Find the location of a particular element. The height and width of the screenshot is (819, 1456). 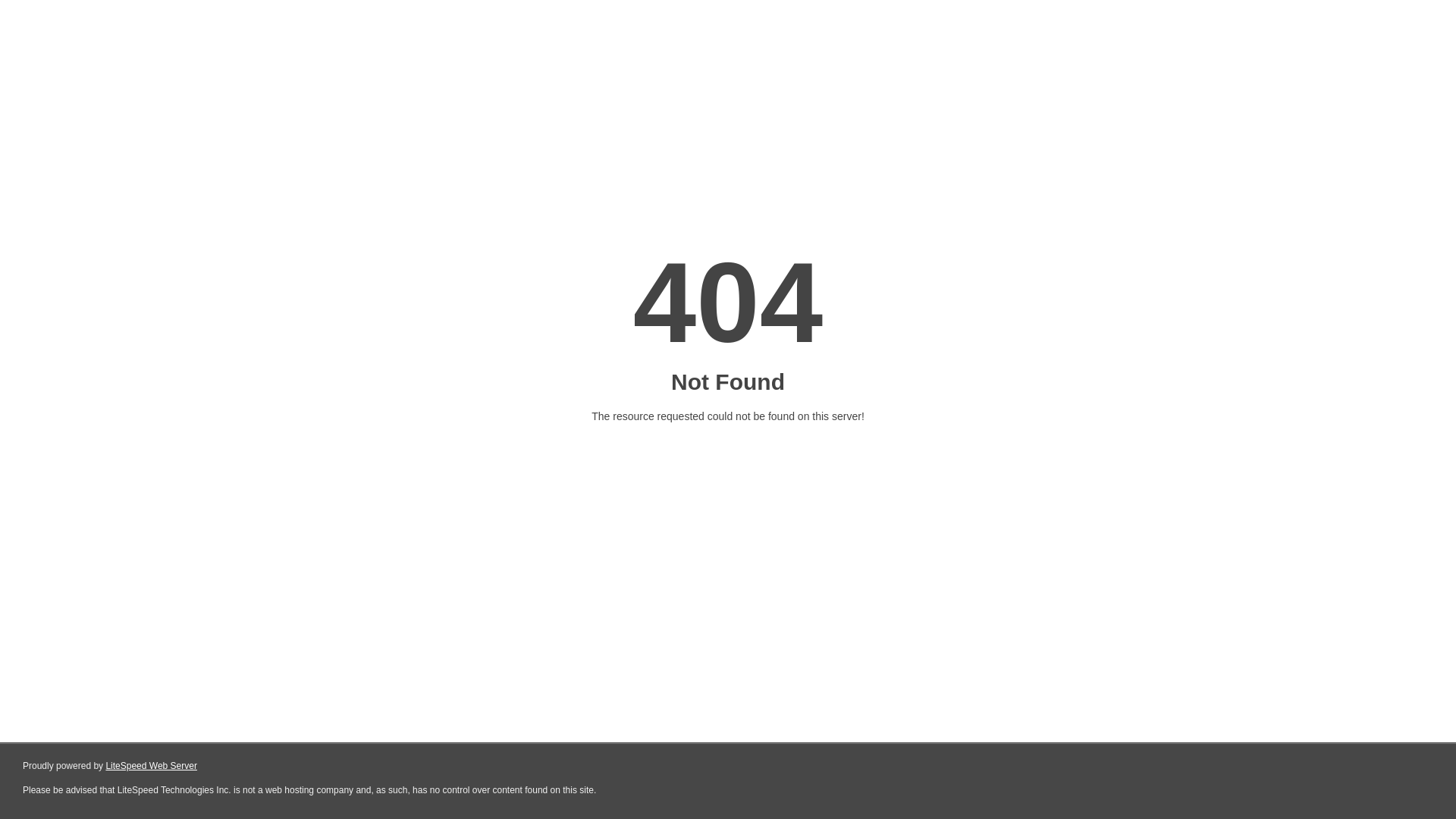

'LiteSpeed Web Server' is located at coordinates (105, 766).